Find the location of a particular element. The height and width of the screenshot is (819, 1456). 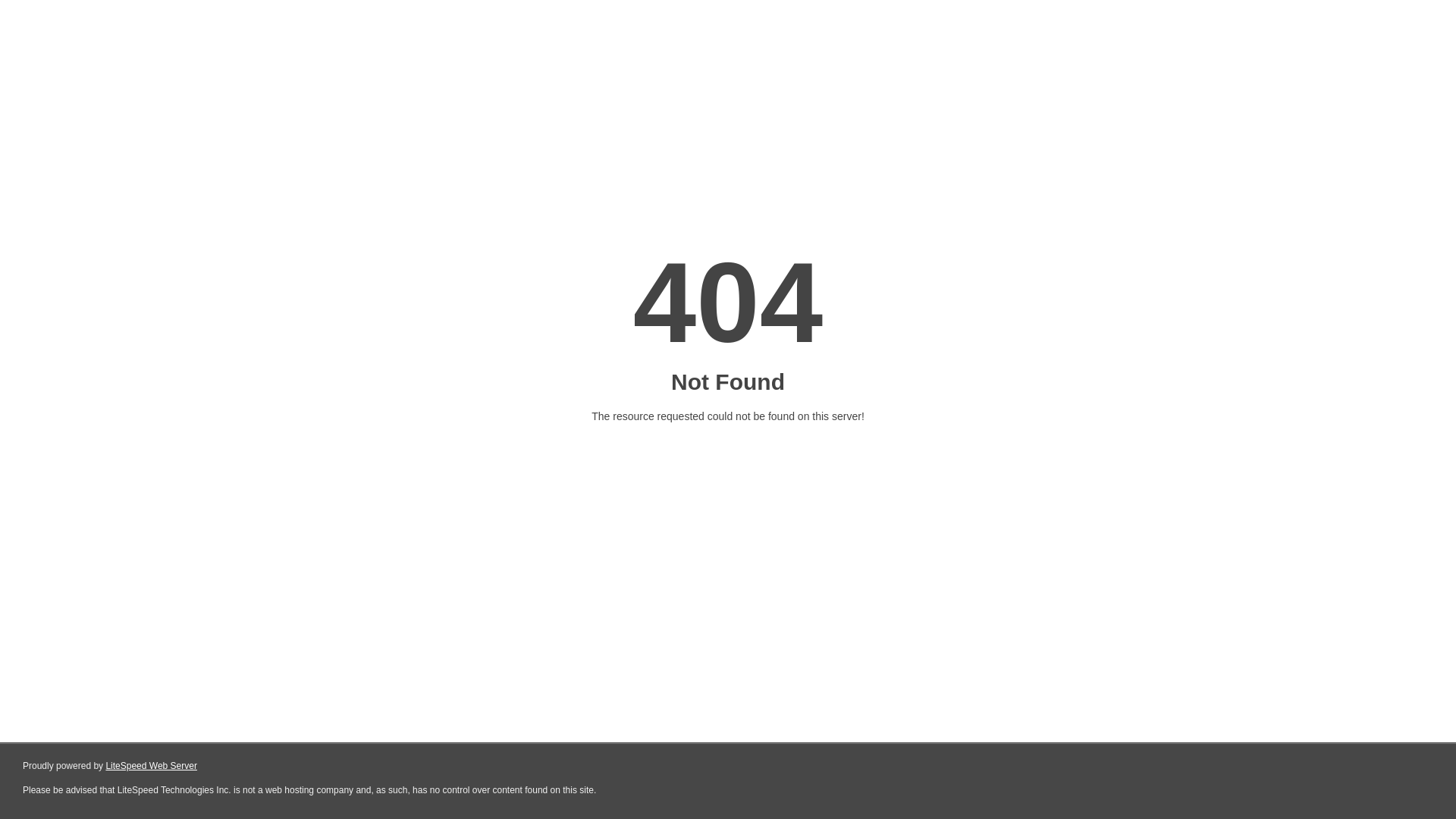

'LiteSpeed Web Server' is located at coordinates (105, 766).